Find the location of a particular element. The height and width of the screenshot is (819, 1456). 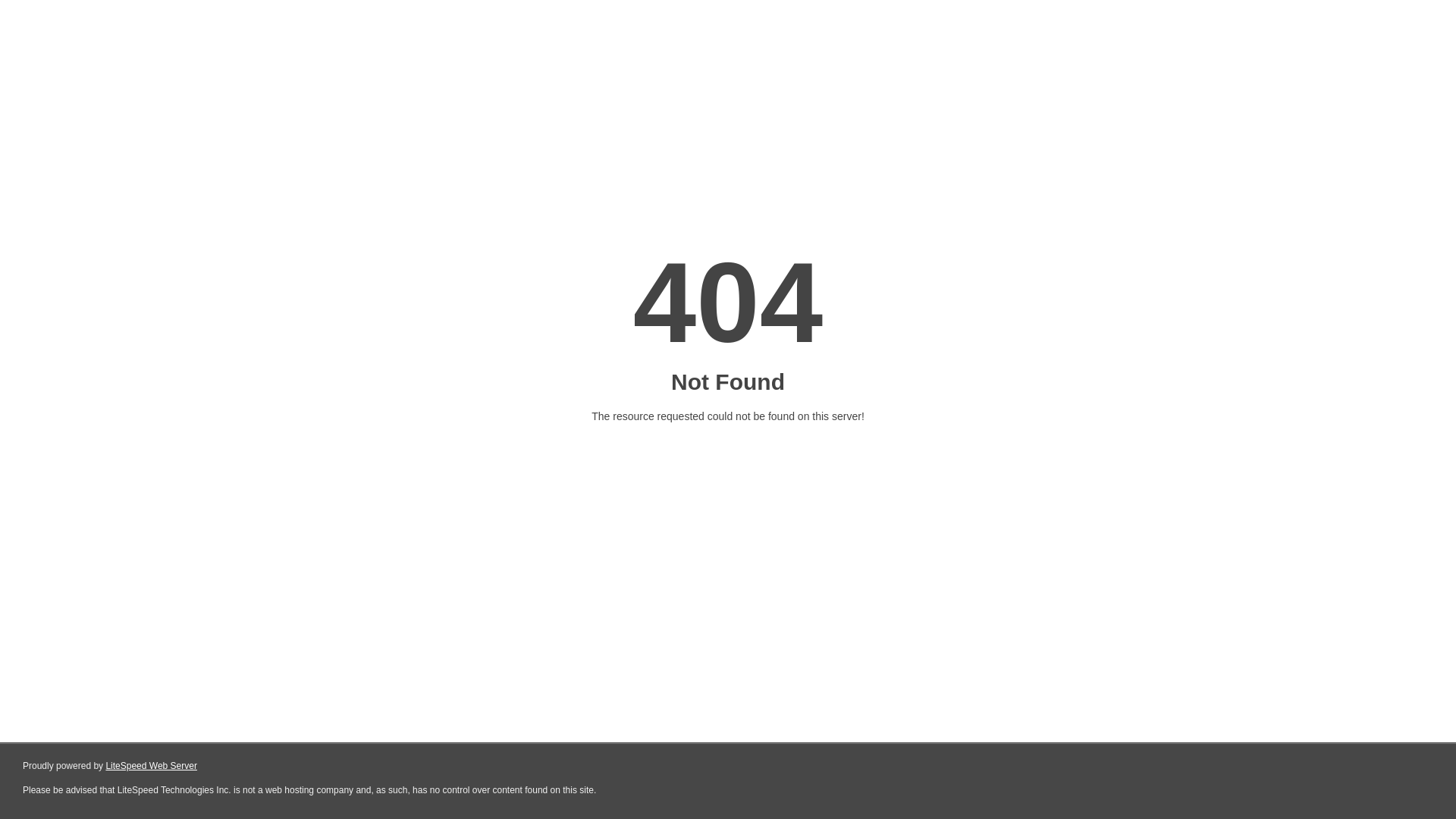

'LiteSpeed Web Server' is located at coordinates (105, 766).